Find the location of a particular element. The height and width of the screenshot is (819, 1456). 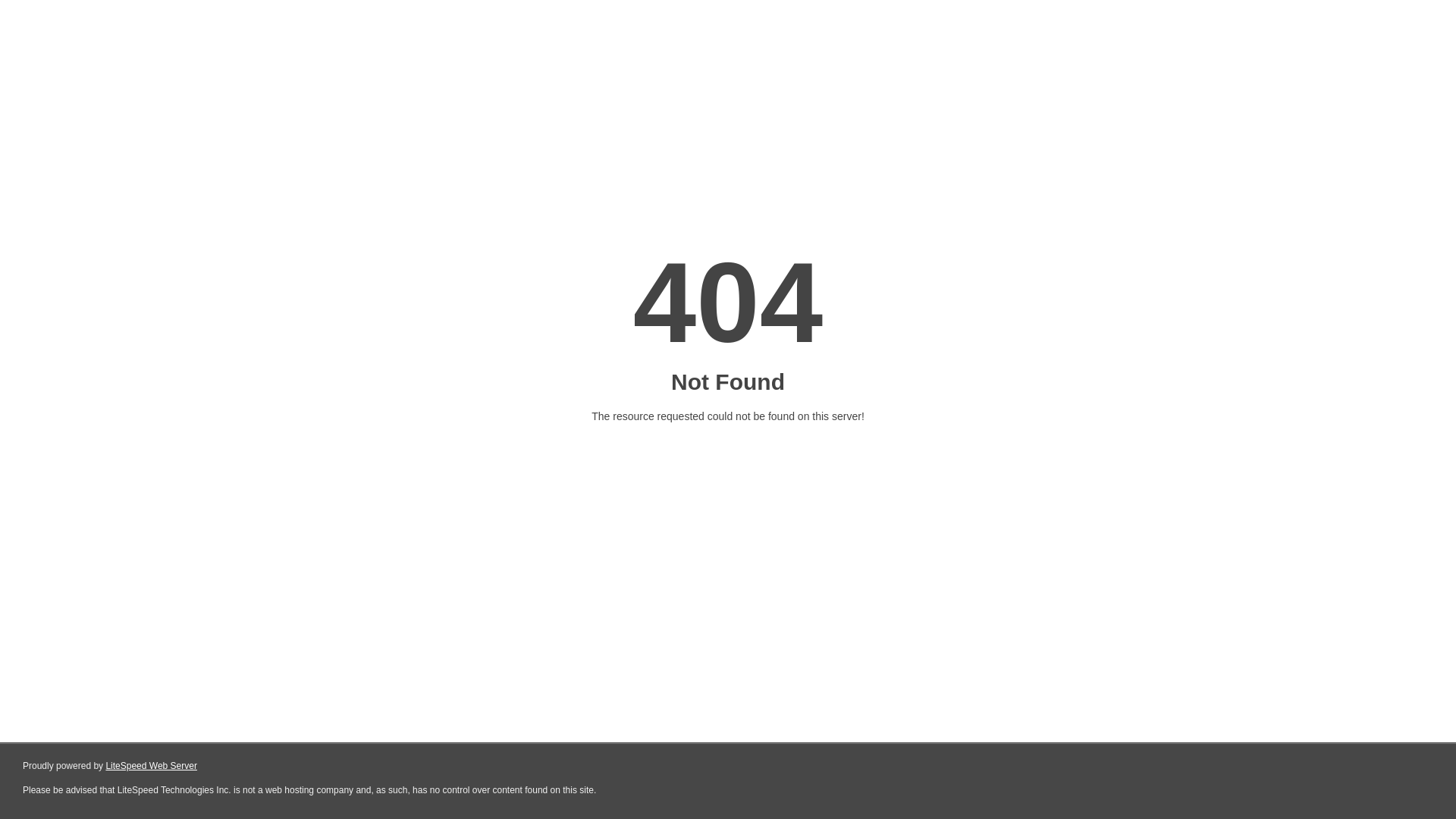

'LiteSpeed Web Server' is located at coordinates (105, 766).